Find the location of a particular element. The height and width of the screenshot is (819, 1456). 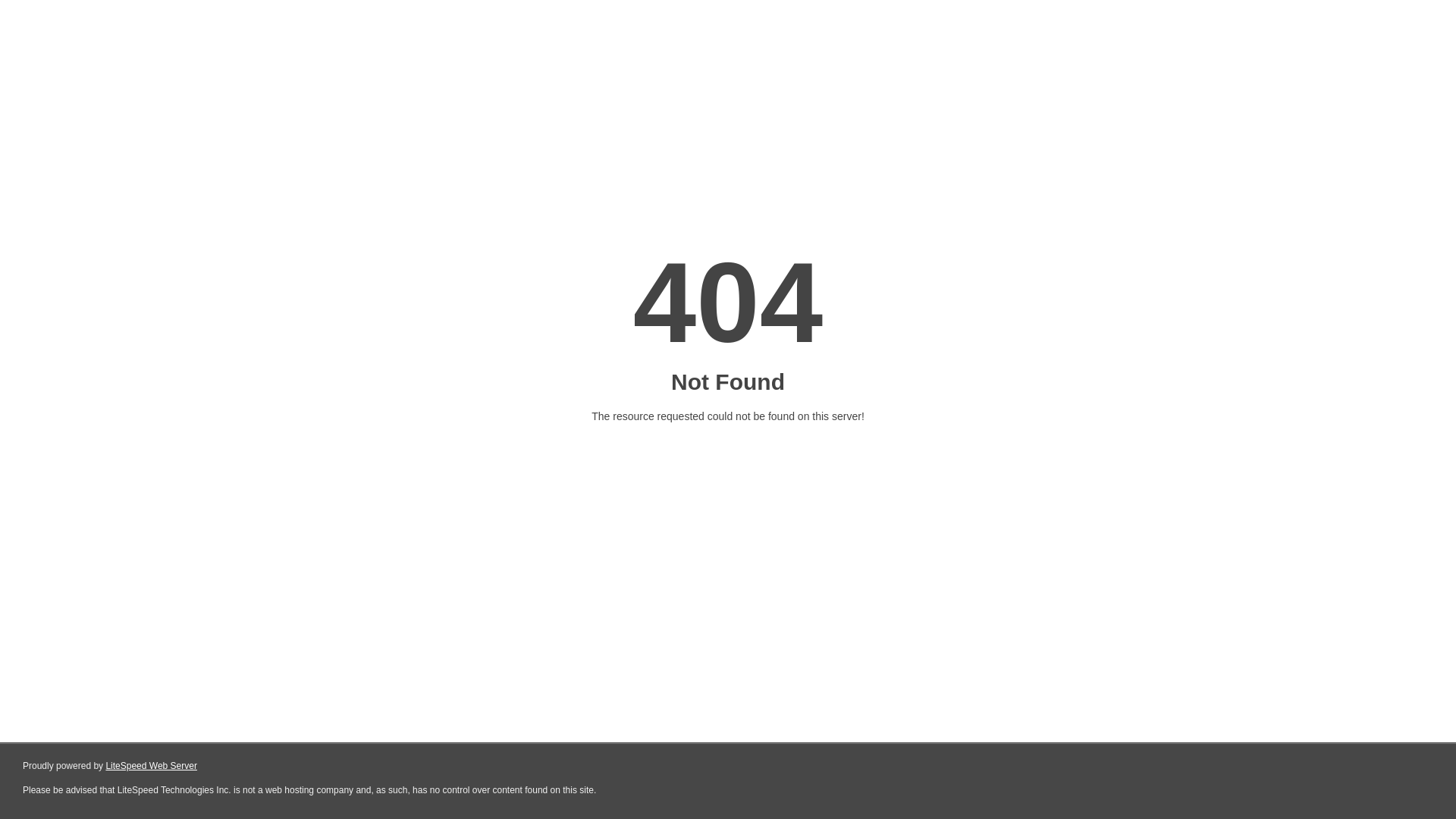

'LiteSpeed Web Server' is located at coordinates (105, 766).